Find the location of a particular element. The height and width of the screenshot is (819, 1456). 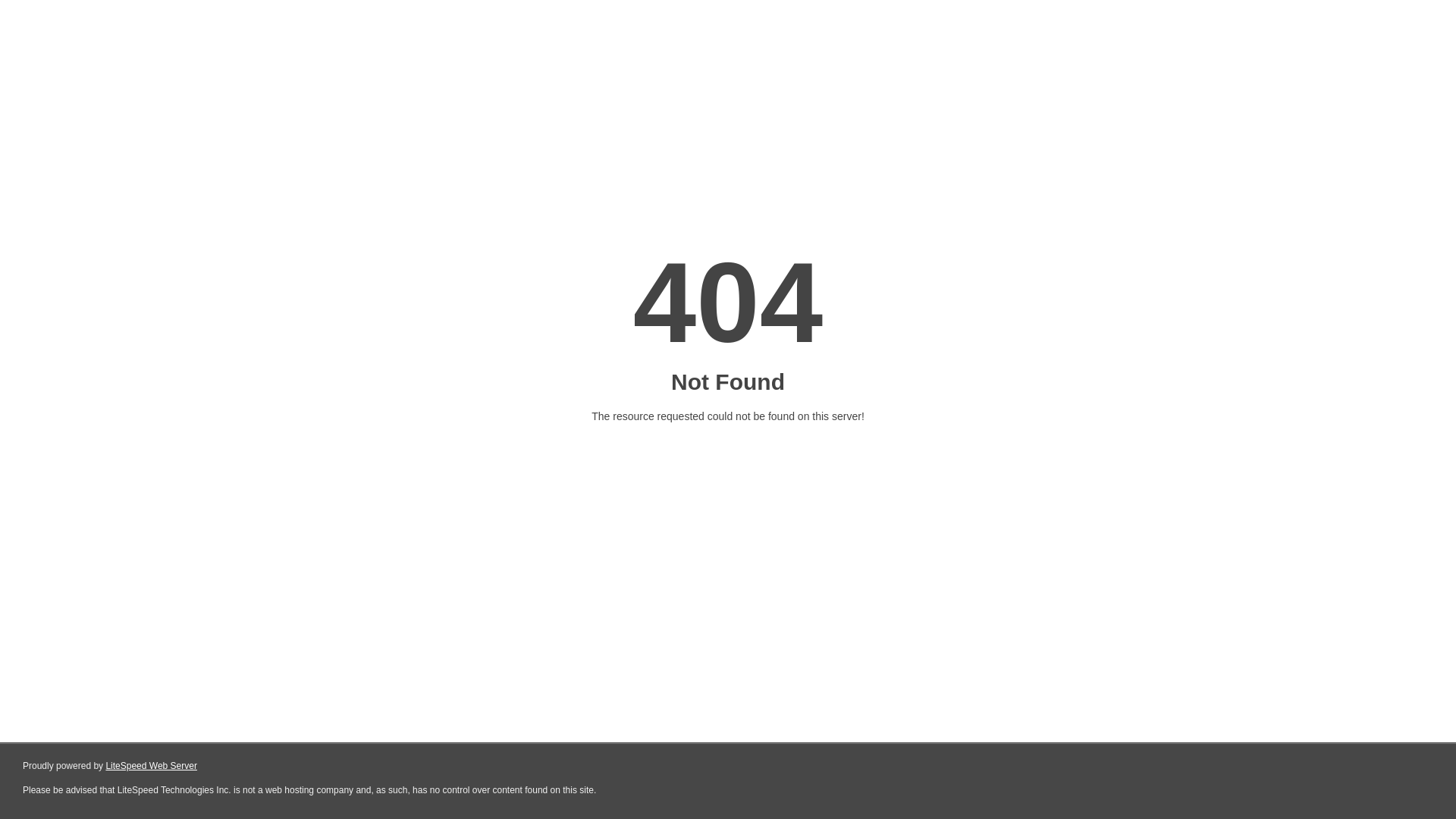

'LiteSpeed Web Server' is located at coordinates (105, 766).